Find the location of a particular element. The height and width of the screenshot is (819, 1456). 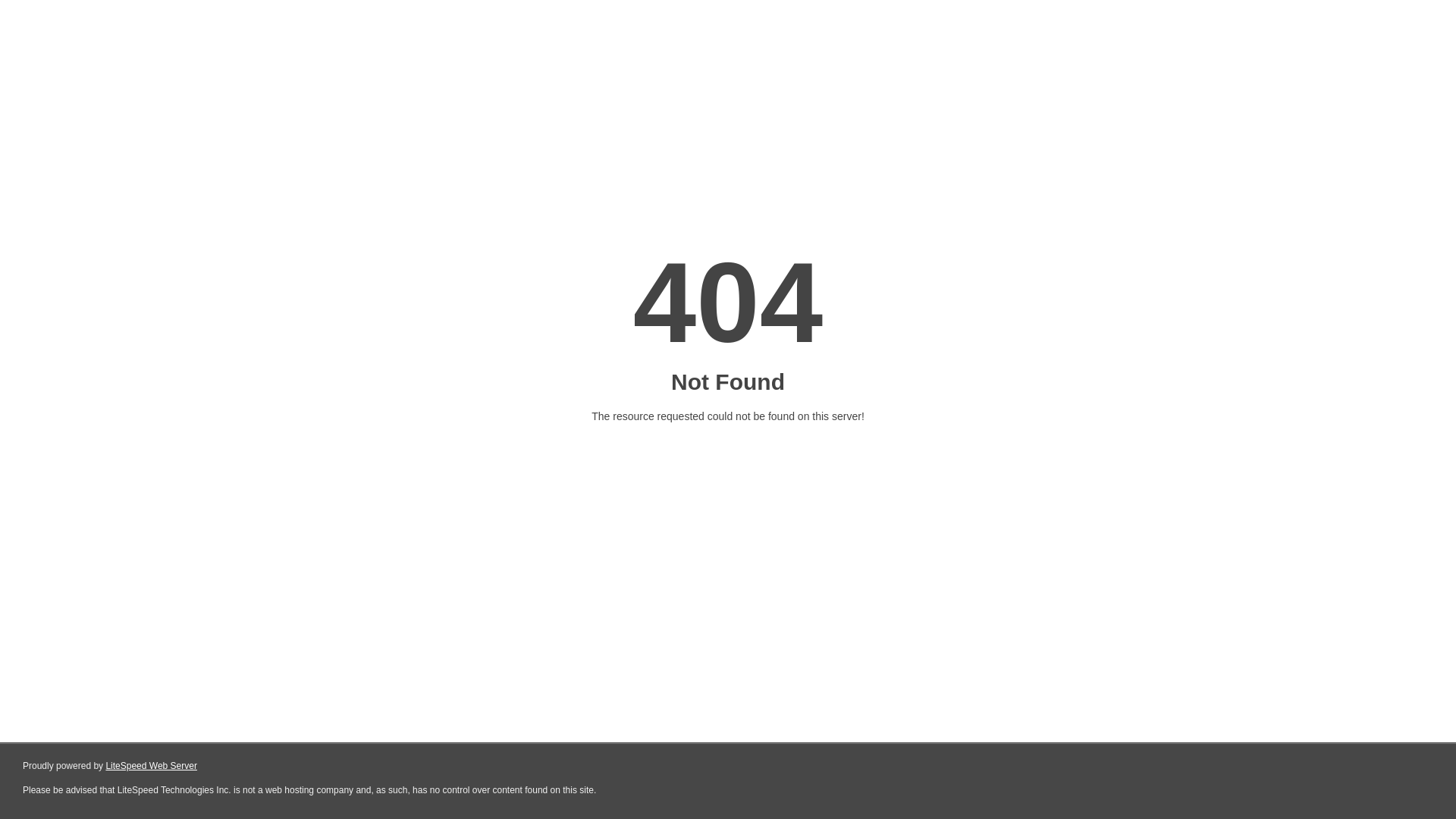

'LiteSpeed Web Server' is located at coordinates (105, 766).